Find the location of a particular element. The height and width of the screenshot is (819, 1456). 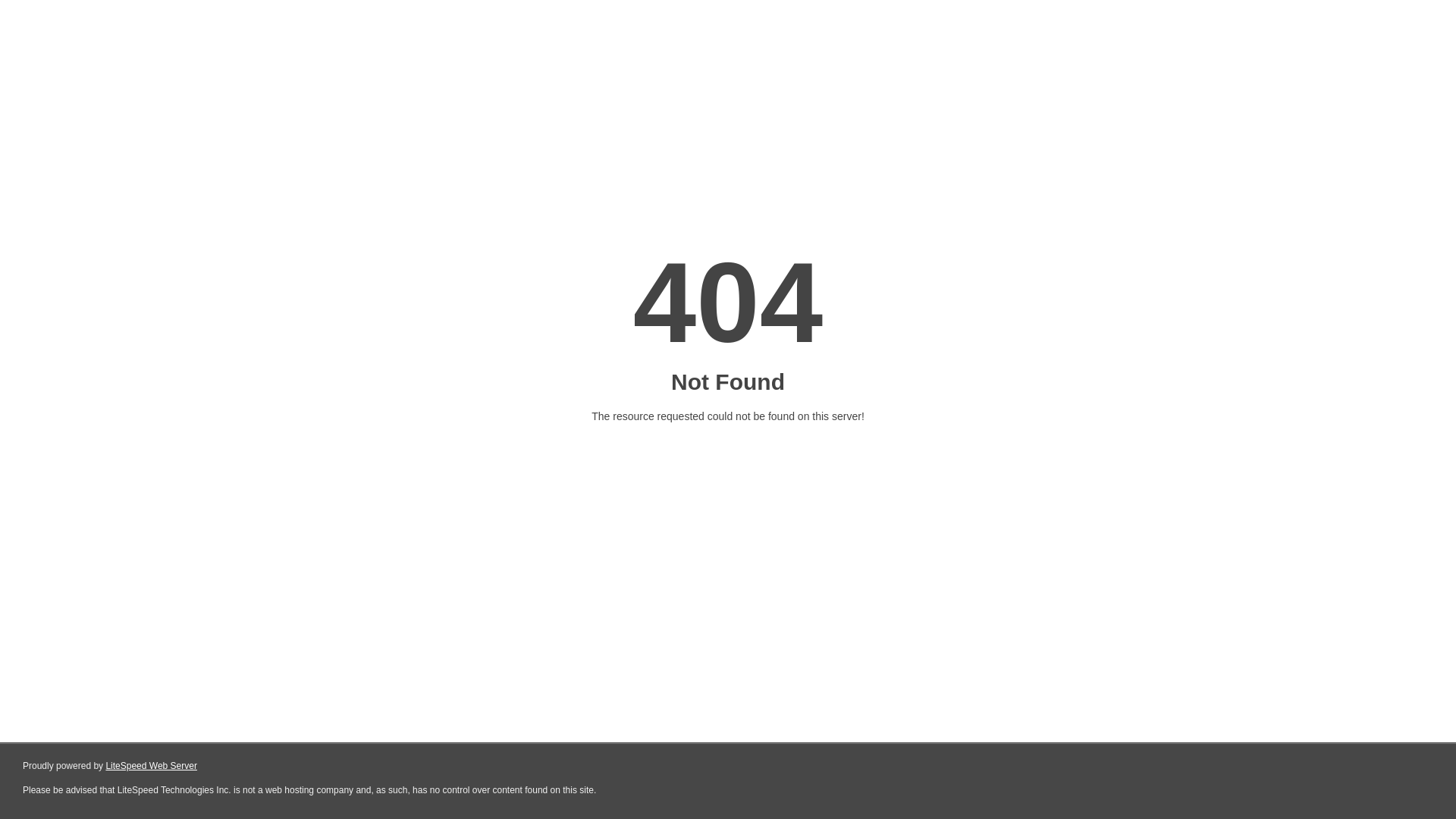

'LiteSpeed Web Server' is located at coordinates (105, 766).